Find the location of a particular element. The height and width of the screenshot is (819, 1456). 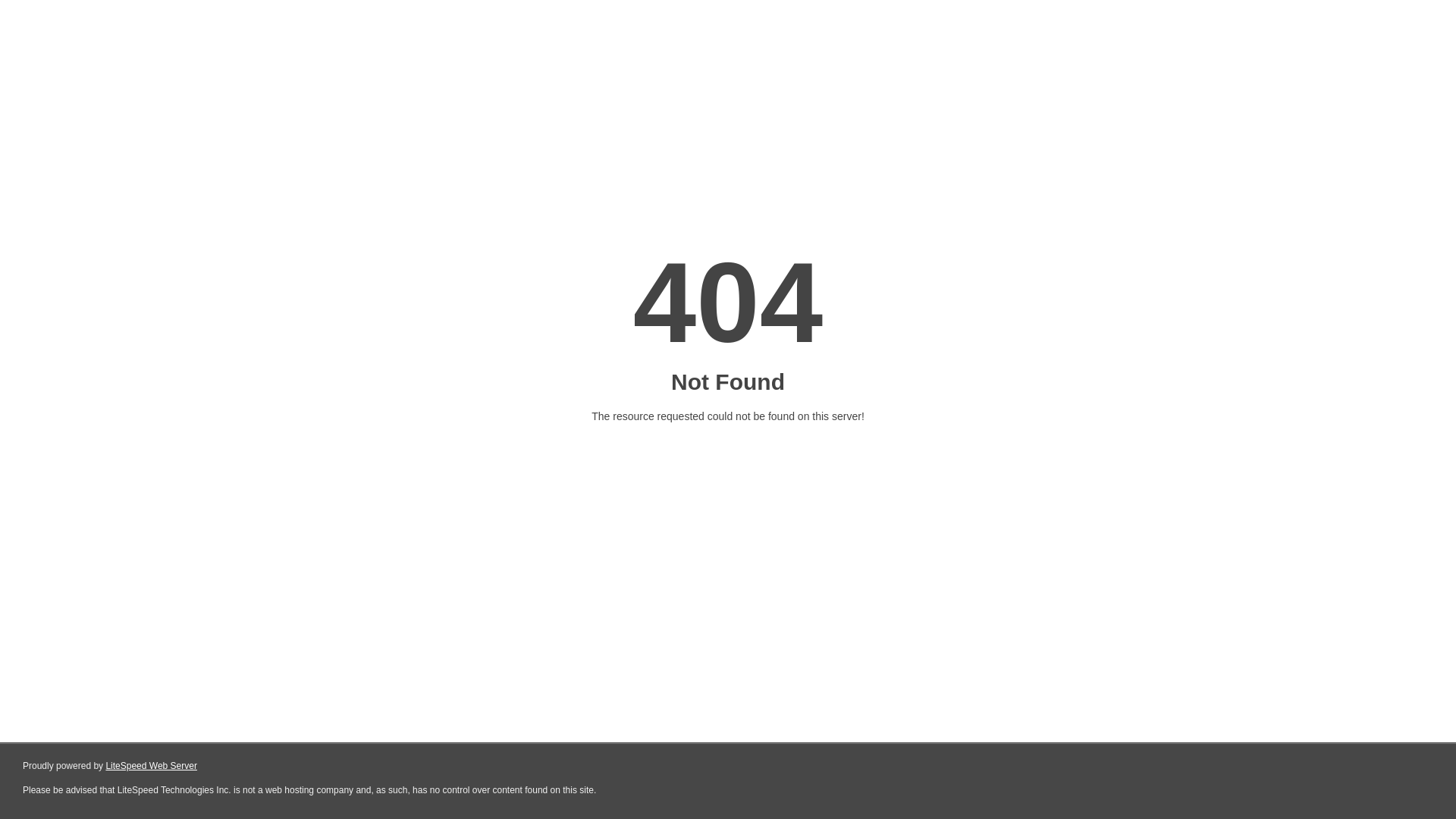

'LiteSpeed Web Server' is located at coordinates (105, 766).